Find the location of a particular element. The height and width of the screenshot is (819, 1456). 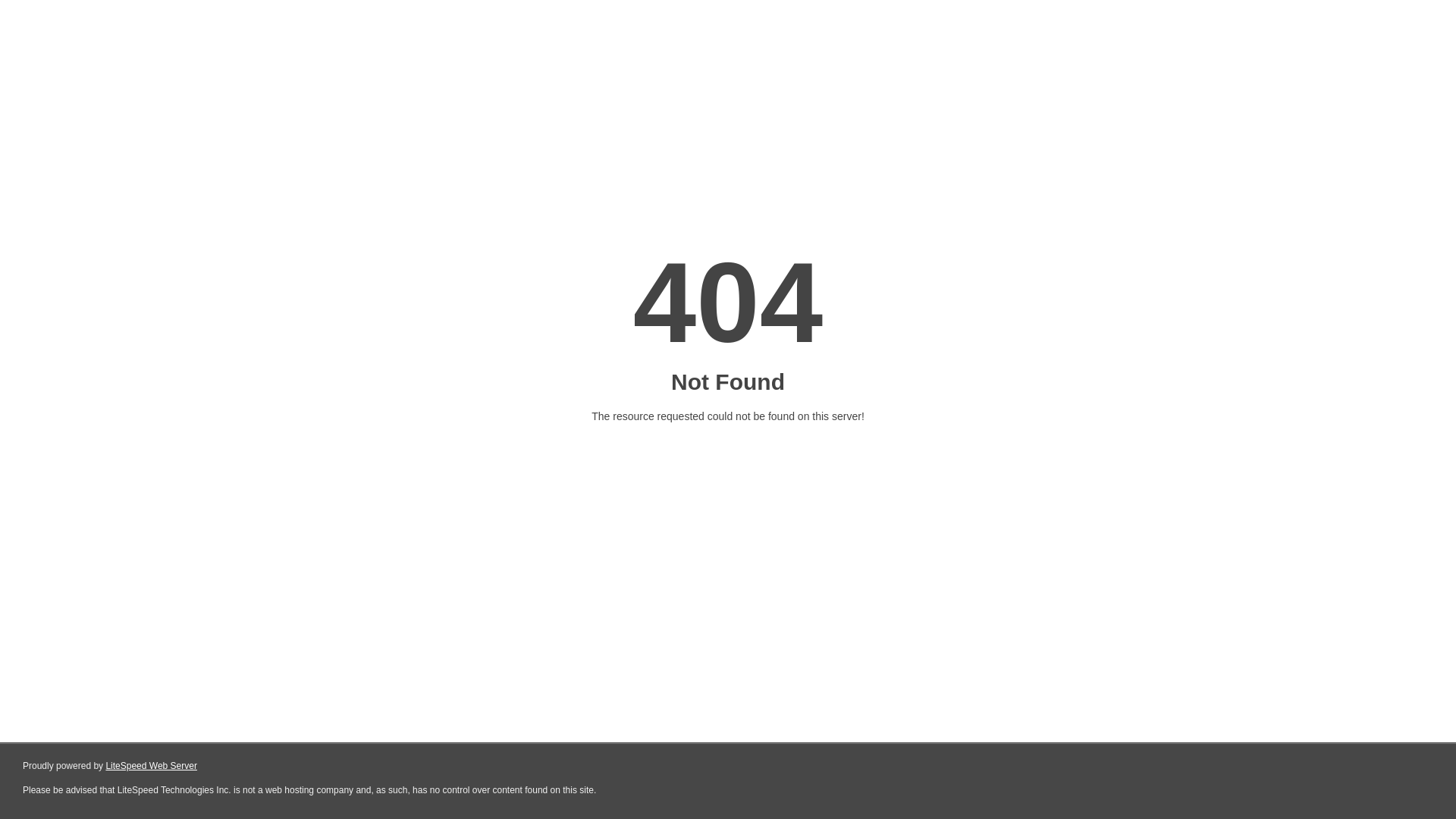

'LiteSpeed Web Server' is located at coordinates (105, 766).